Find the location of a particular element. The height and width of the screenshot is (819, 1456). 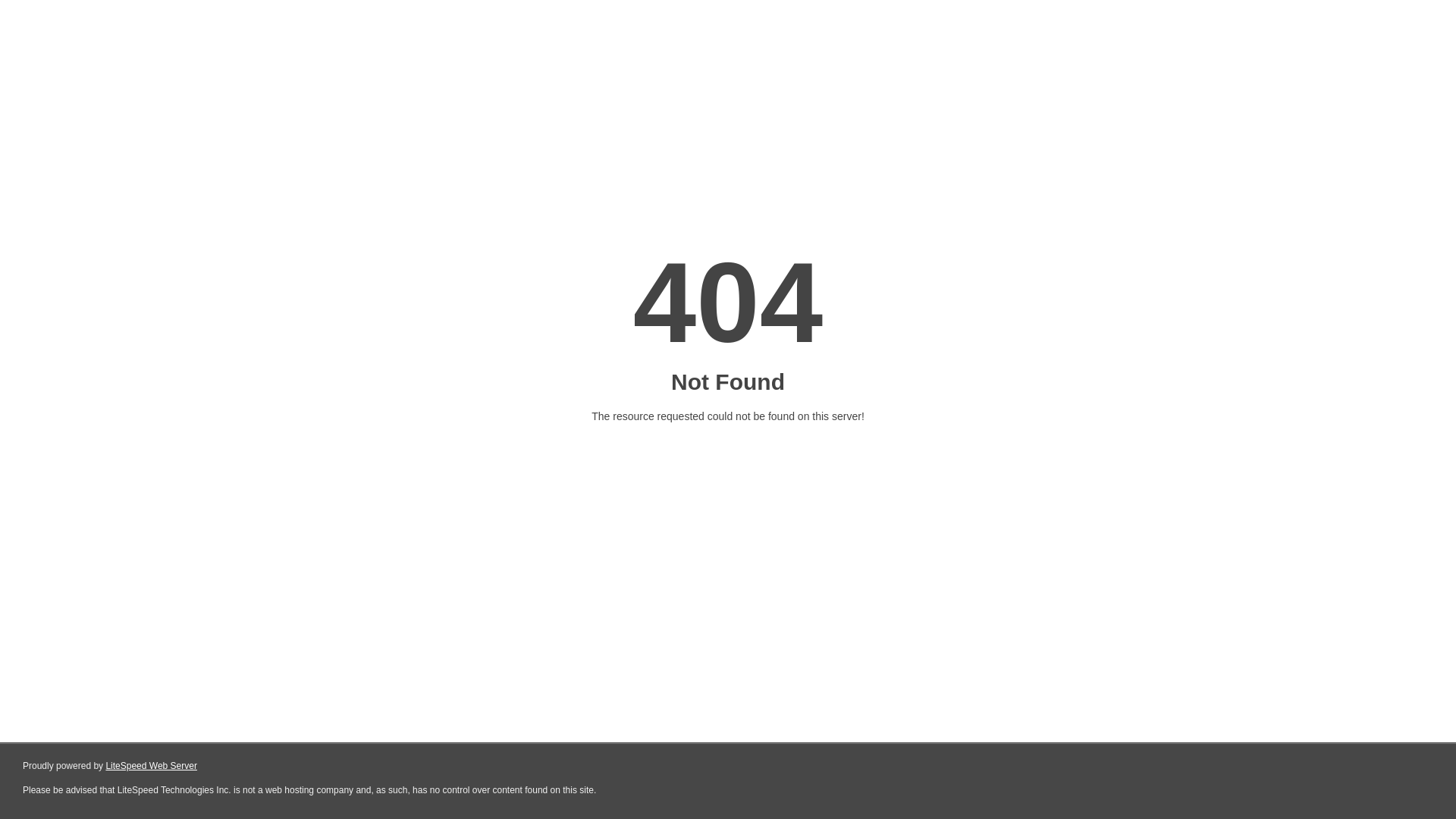

'LiteSpeed Web Server' is located at coordinates (105, 766).